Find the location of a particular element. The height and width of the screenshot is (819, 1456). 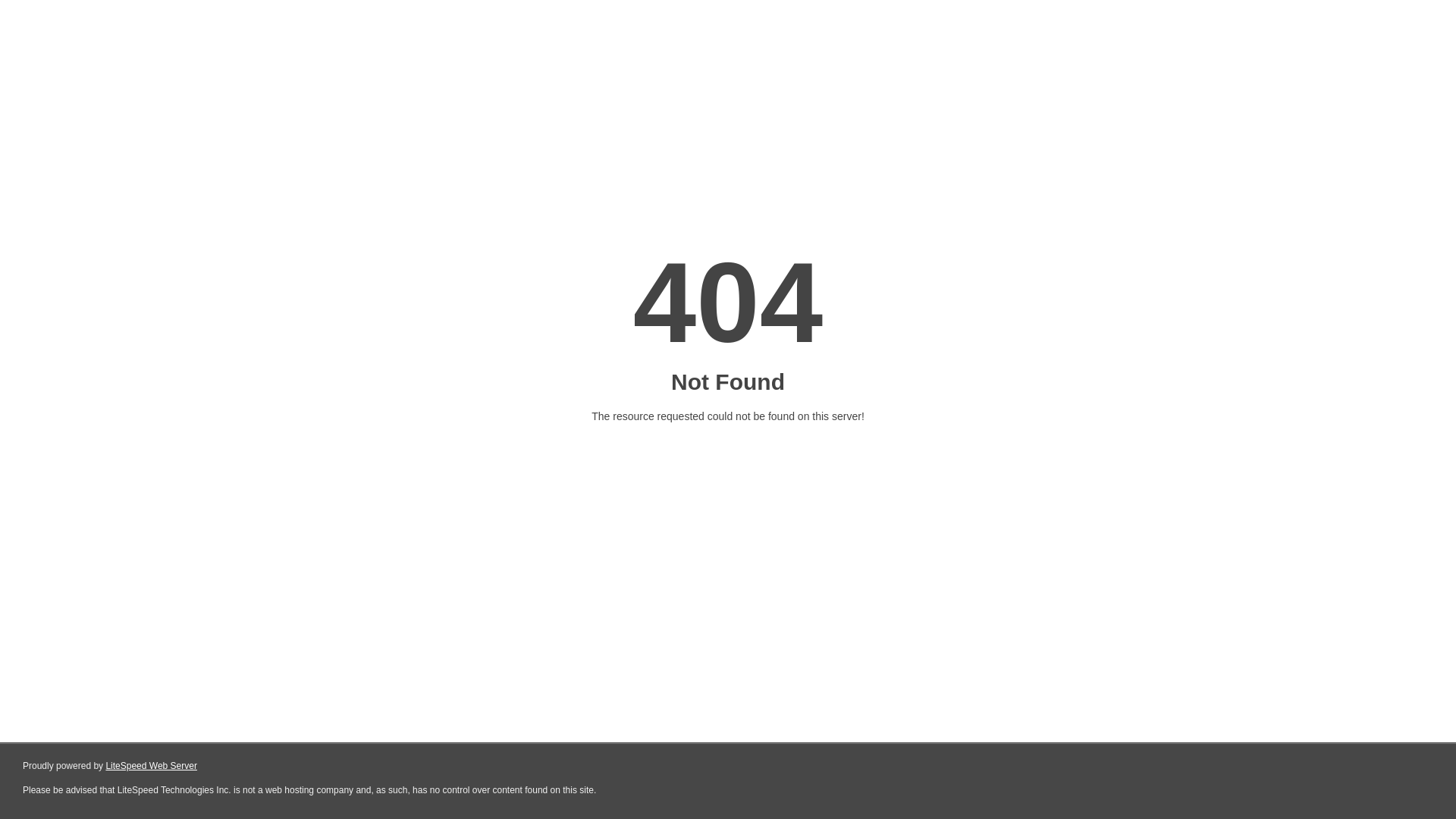

'LiteSpeed Web Server' is located at coordinates (105, 766).